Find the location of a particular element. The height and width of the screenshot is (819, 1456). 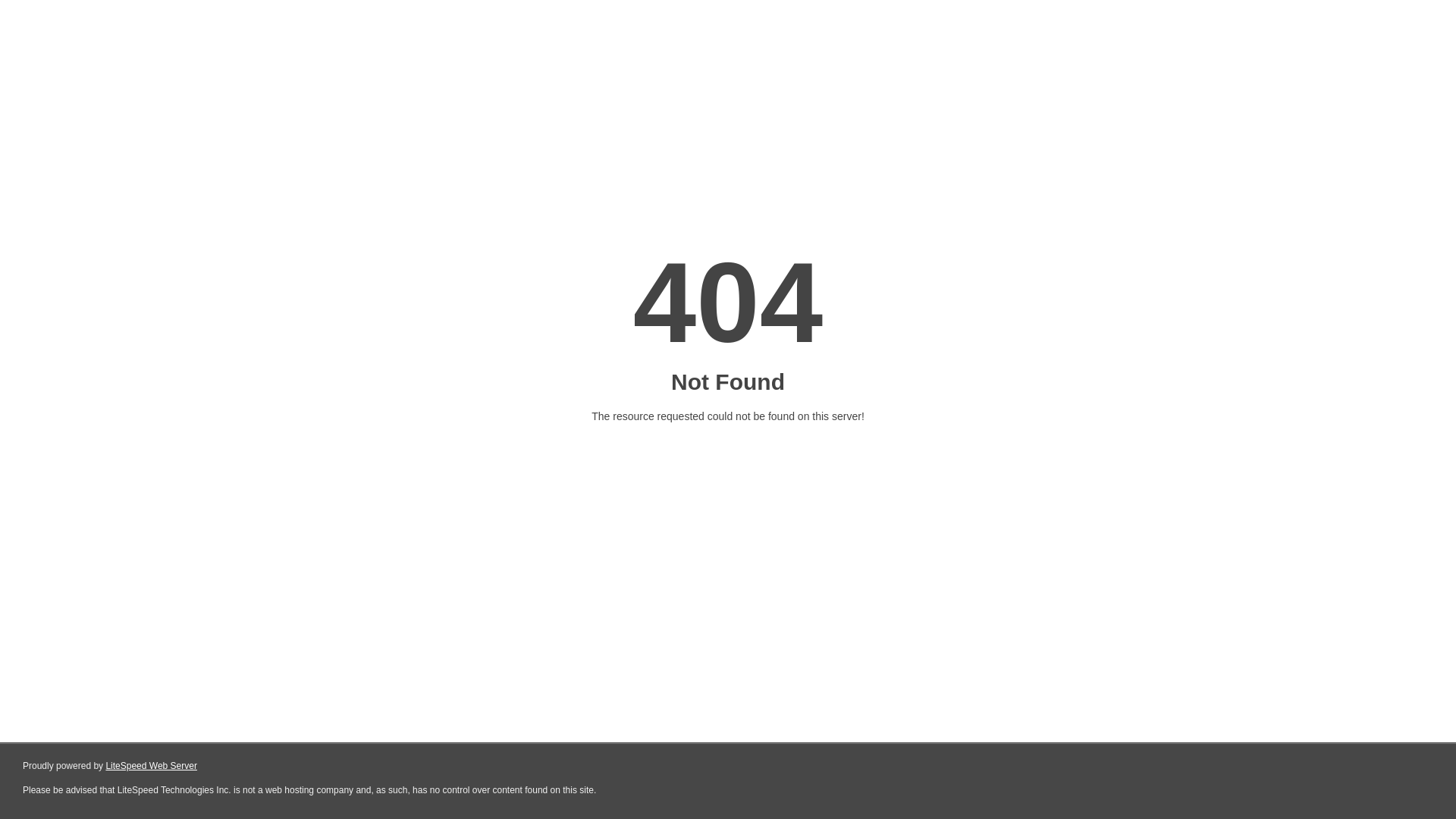

'LiteSpeed Web Server' is located at coordinates (105, 766).